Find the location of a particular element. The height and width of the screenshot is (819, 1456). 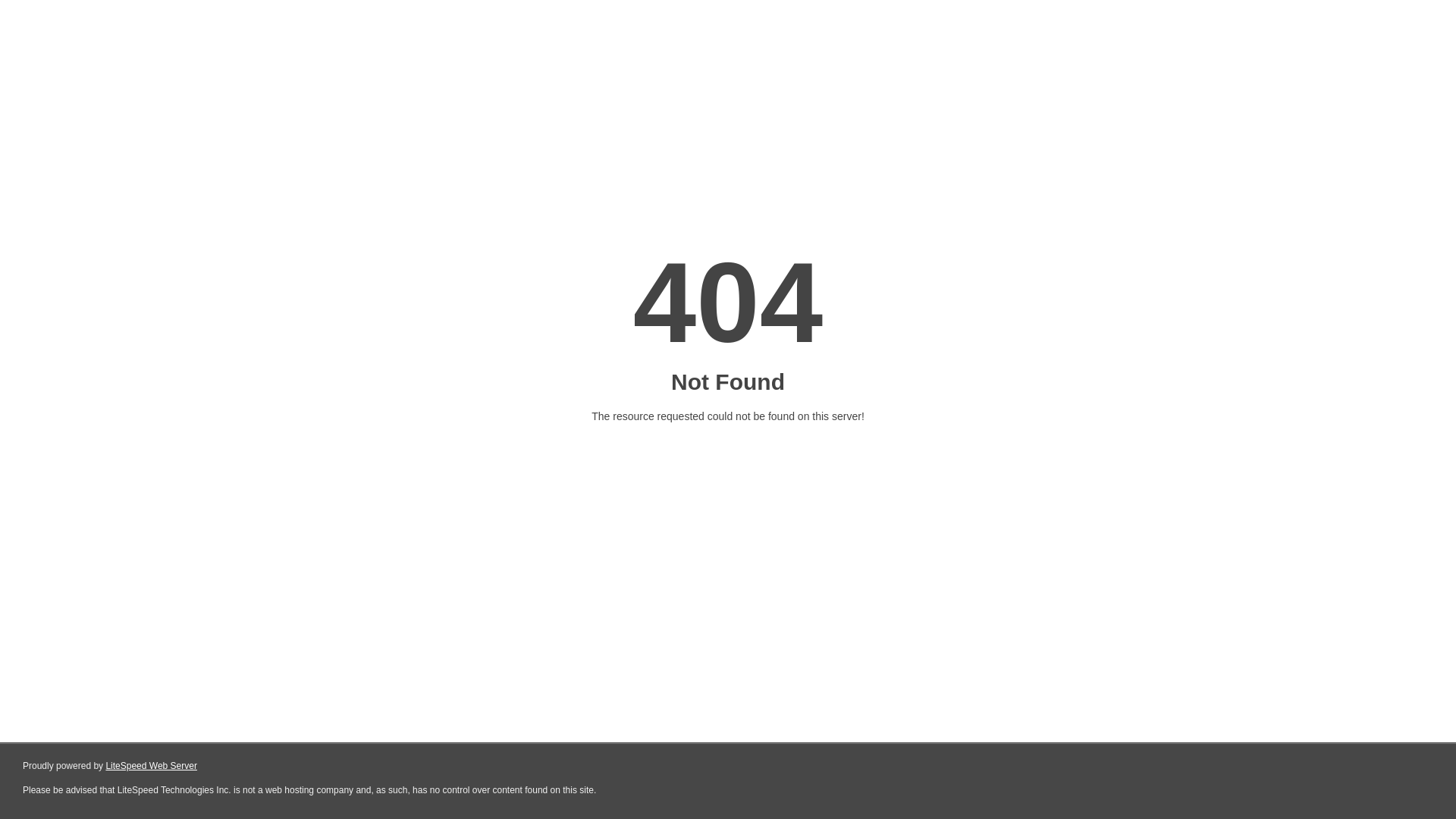

'LiteSpeed Web Server' is located at coordinates (105, 766).